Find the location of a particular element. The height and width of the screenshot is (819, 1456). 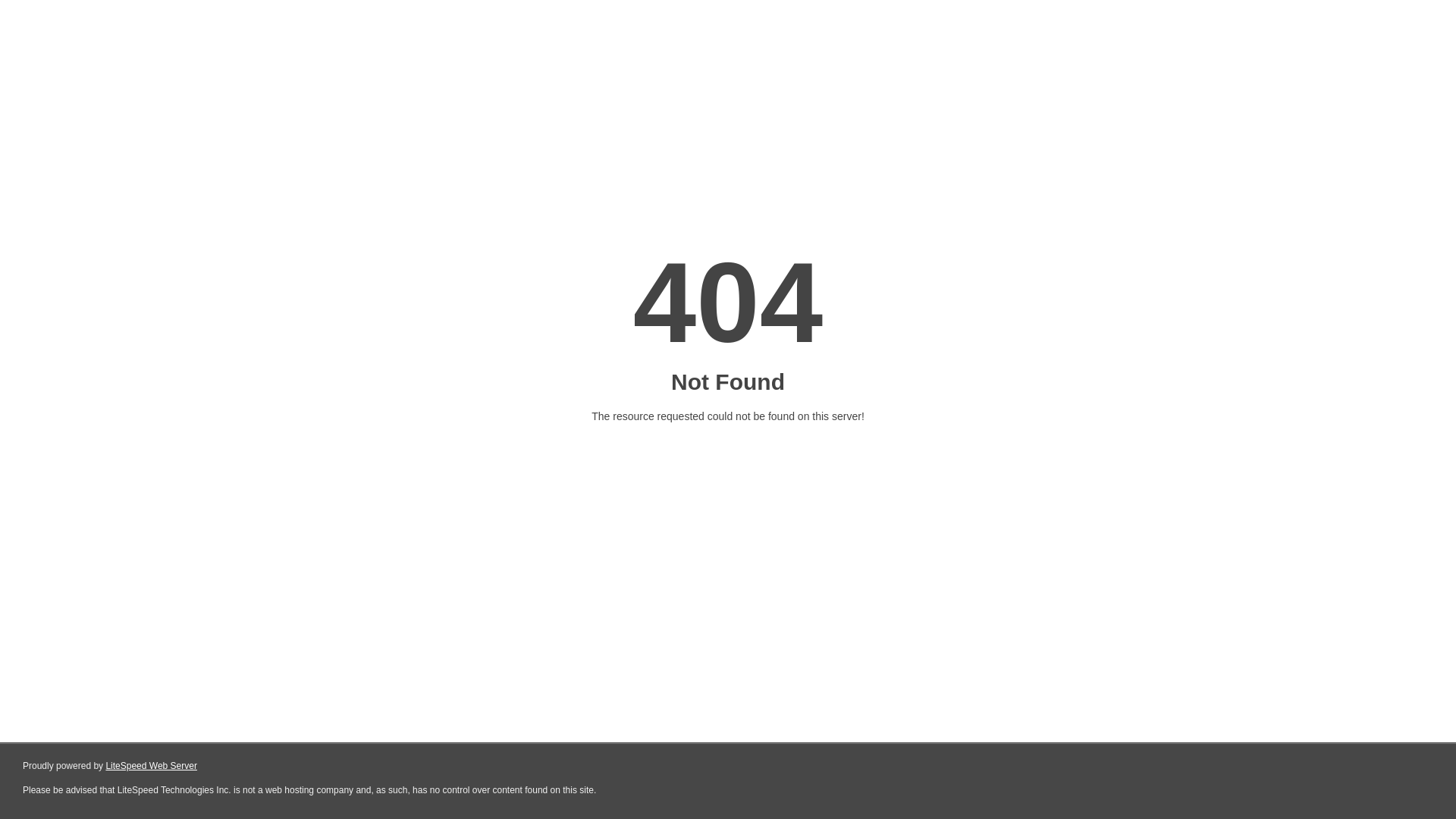

'LiteSpeed Web Server' is located at coordinates (105, 766).